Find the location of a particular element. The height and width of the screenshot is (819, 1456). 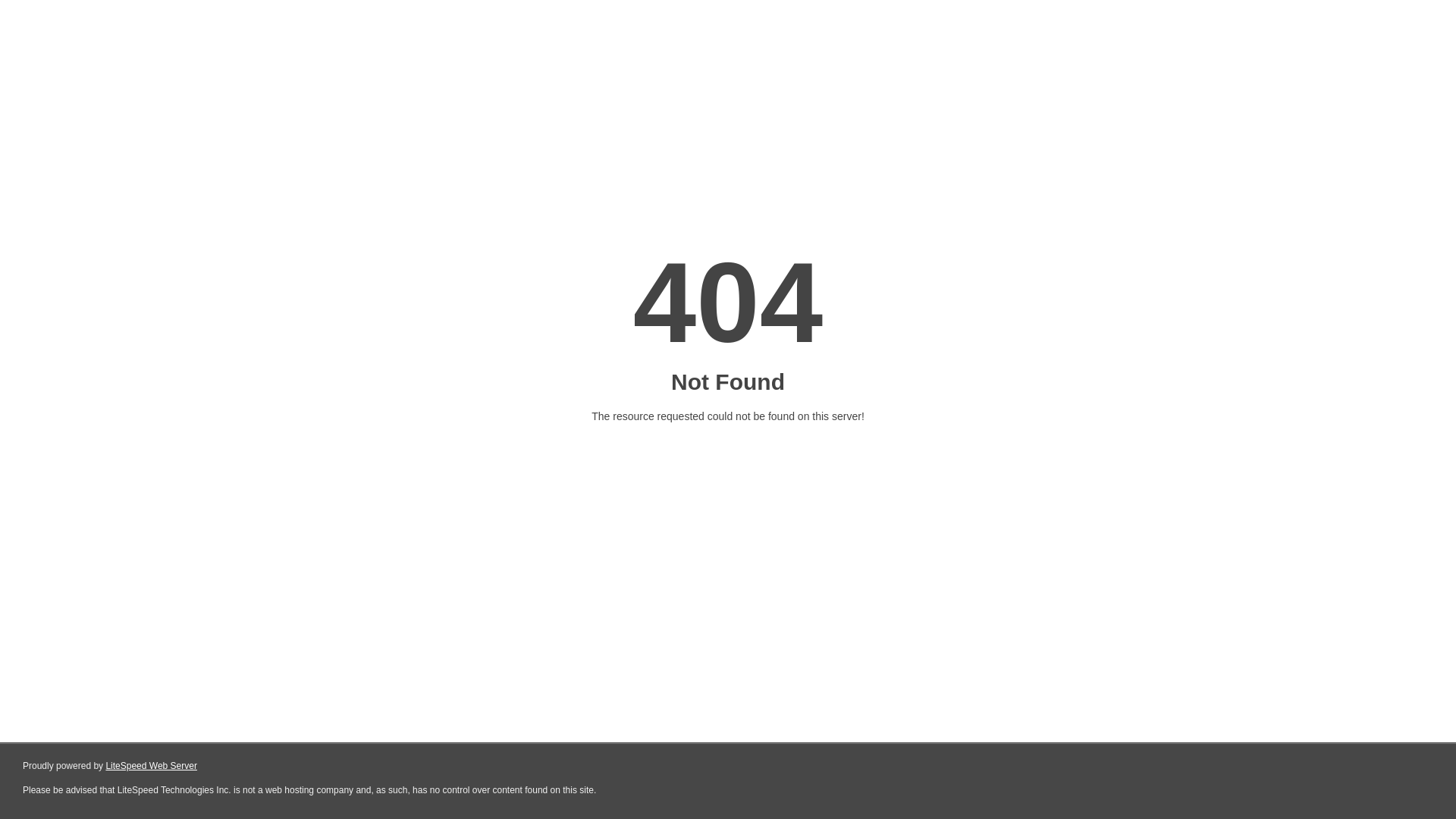

'LiteSpeed Web Server' is located at coordinates (105, 766).